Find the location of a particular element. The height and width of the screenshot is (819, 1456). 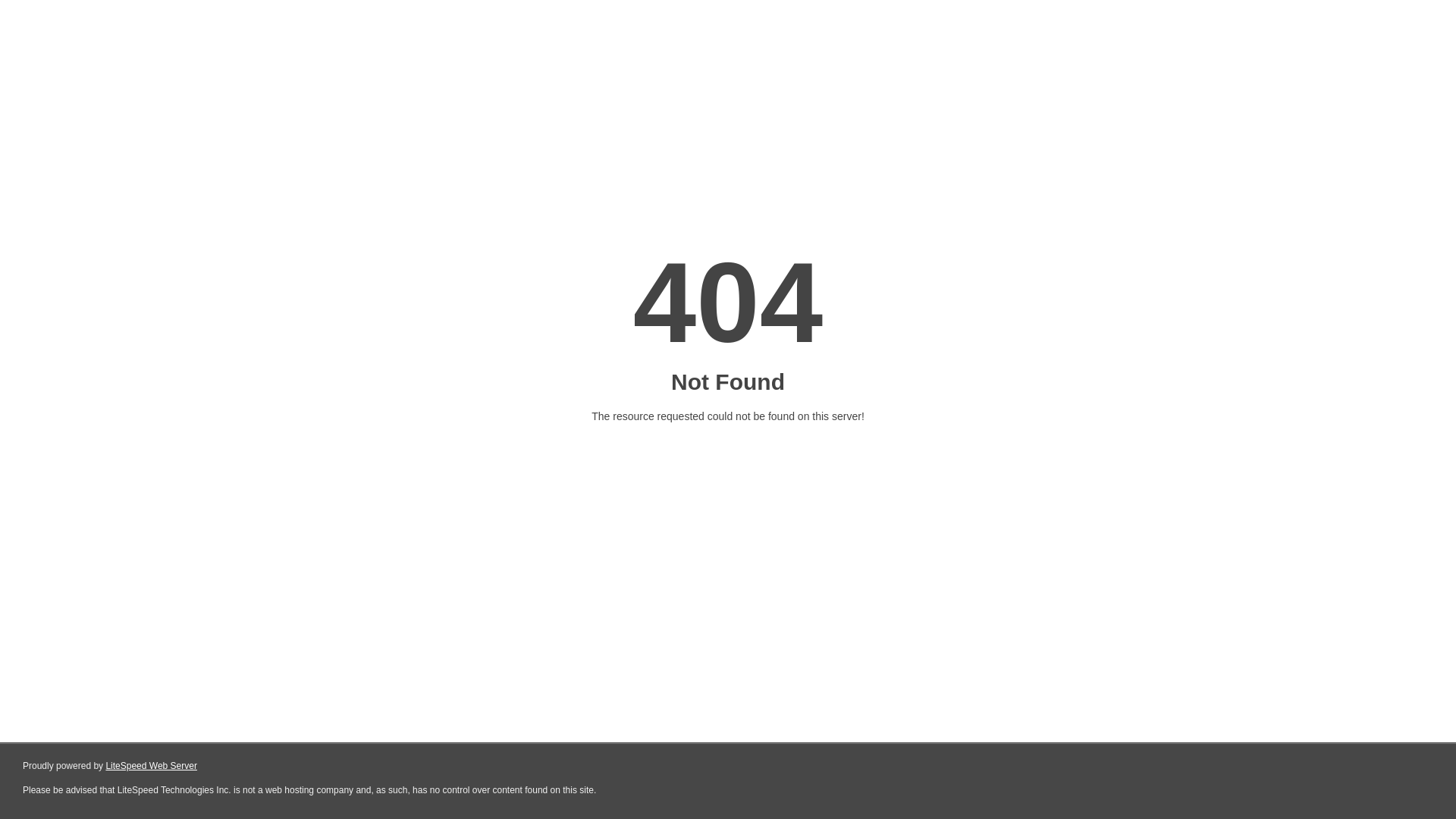

'LiteSpeed Web Server' is located at coordinates (105, 766).